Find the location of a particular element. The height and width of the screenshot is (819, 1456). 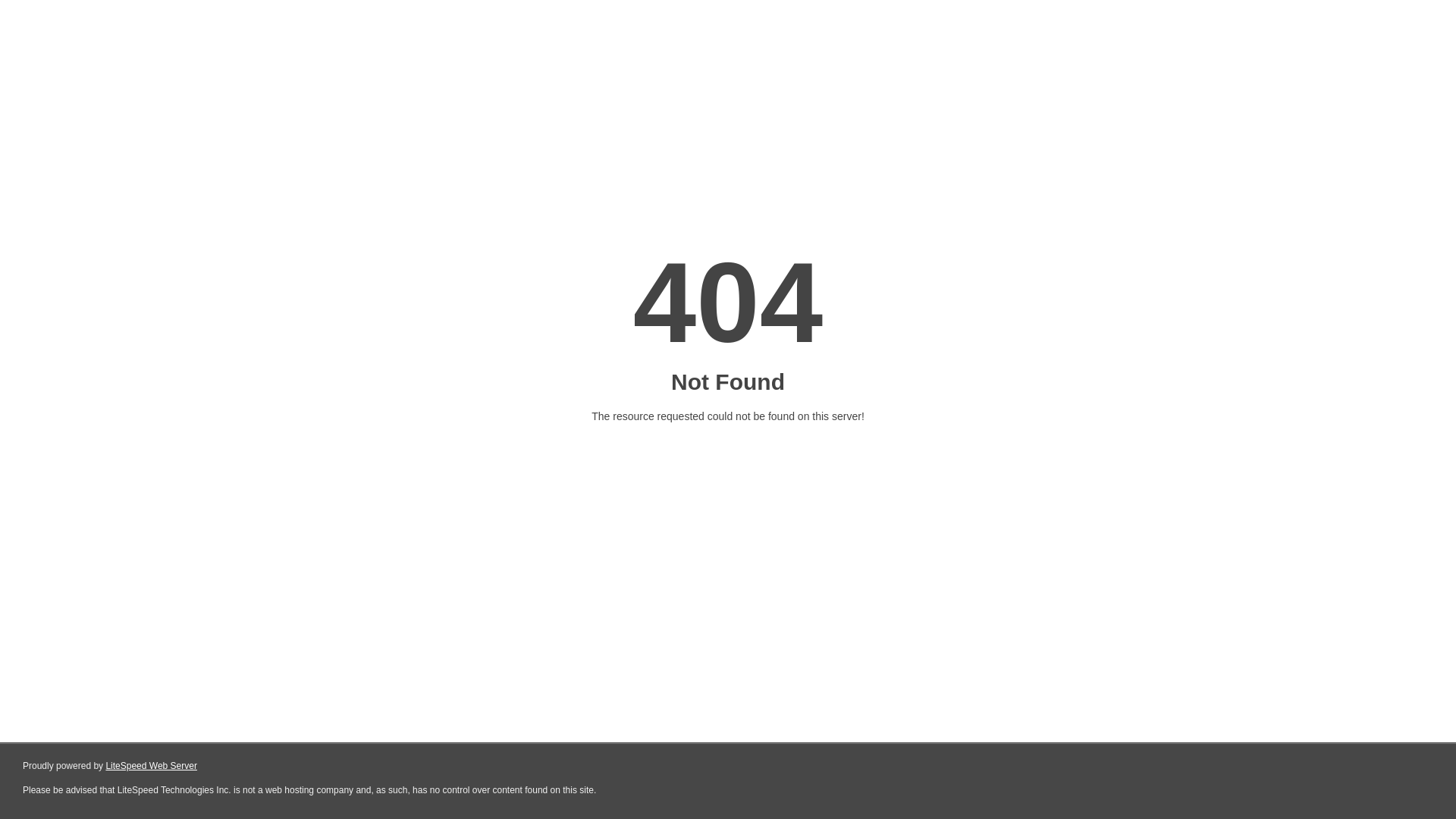

'LiteSpeed Web Server' is located at coordinates (105, 766).